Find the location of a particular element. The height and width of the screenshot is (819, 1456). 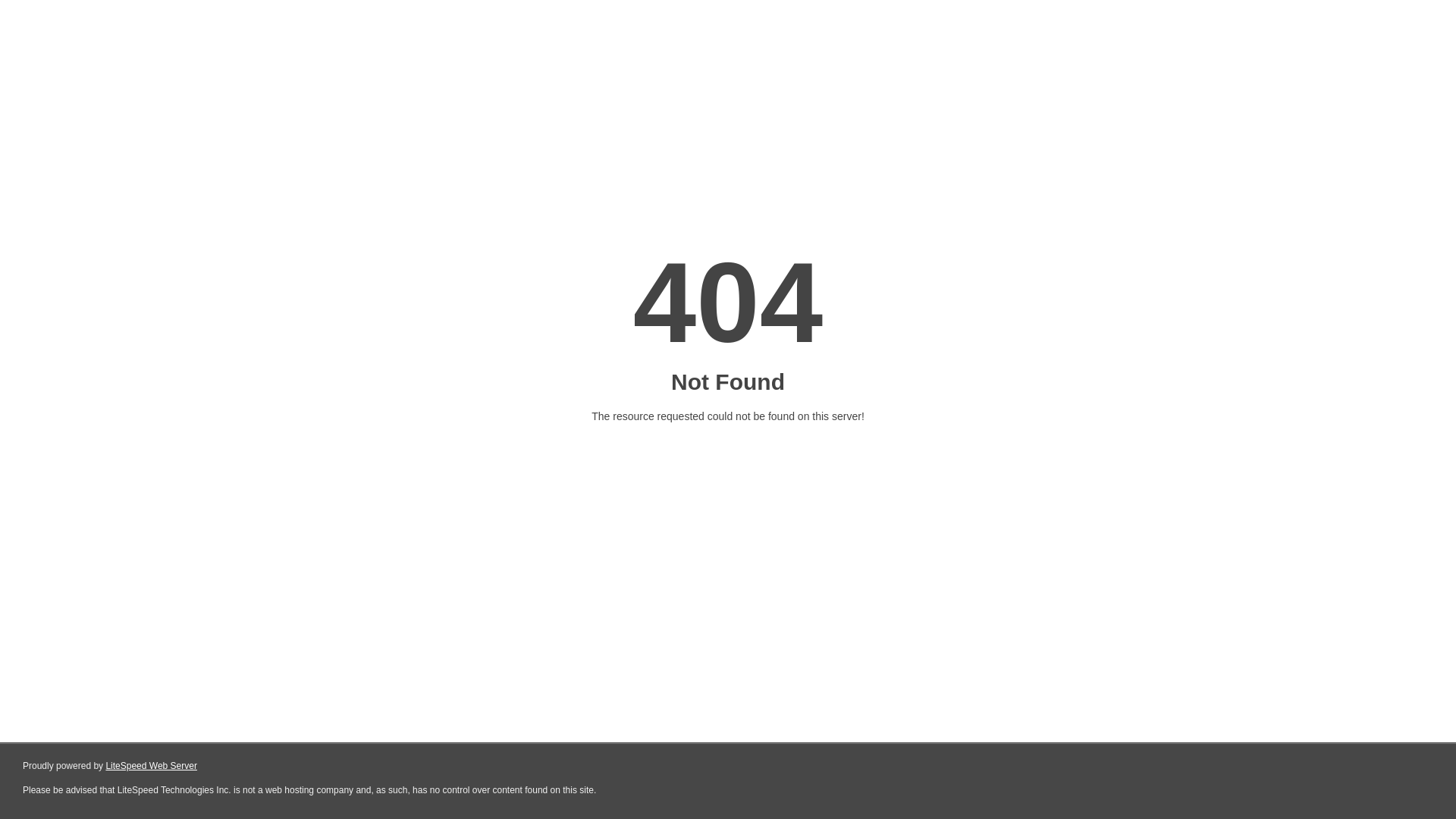

'LiteSpeed Web Server' is located at coordinates (105, 766).